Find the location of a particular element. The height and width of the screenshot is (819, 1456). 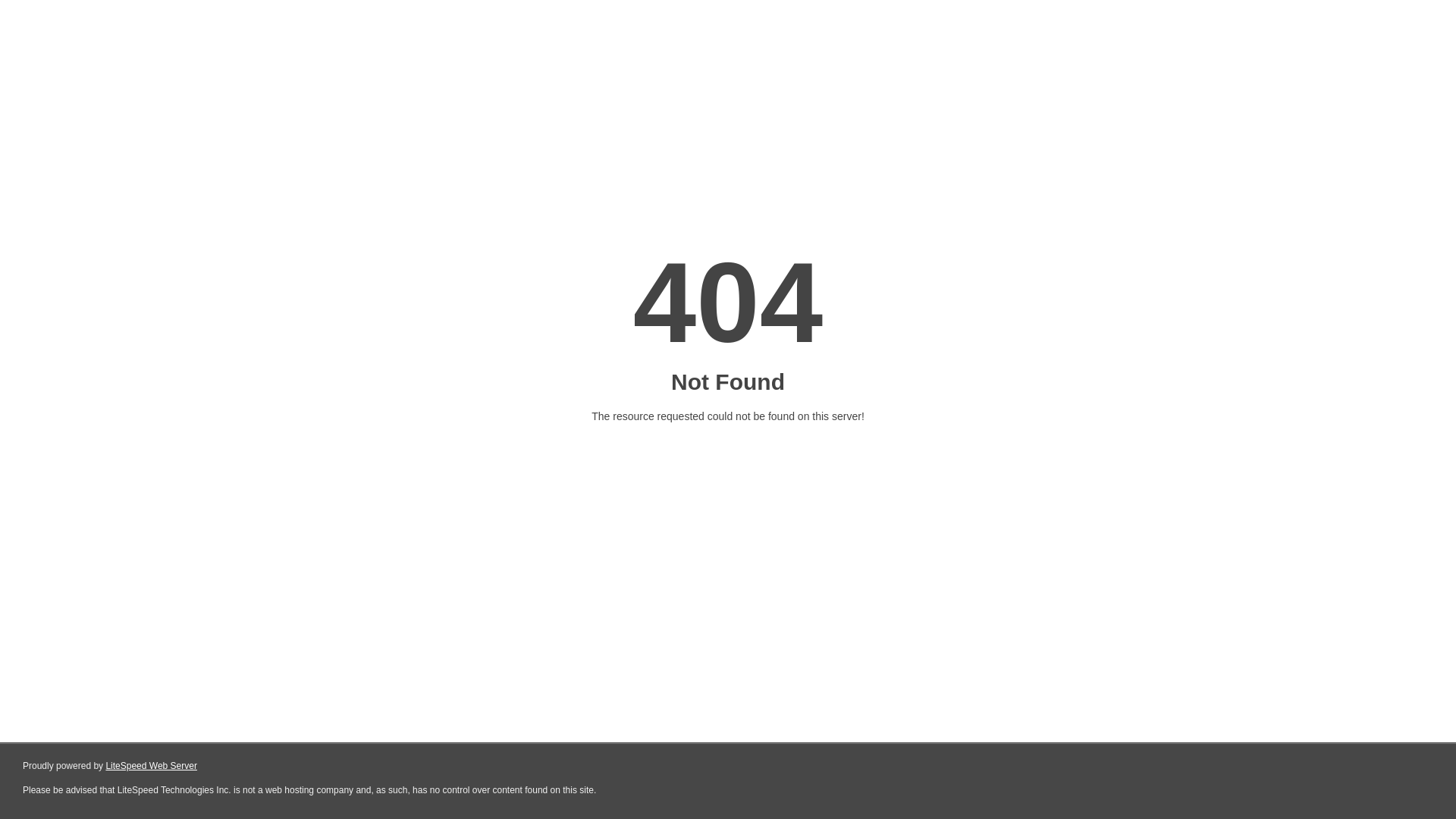

'LiteSpeed Web Server' is located at coordinates (105, 766).